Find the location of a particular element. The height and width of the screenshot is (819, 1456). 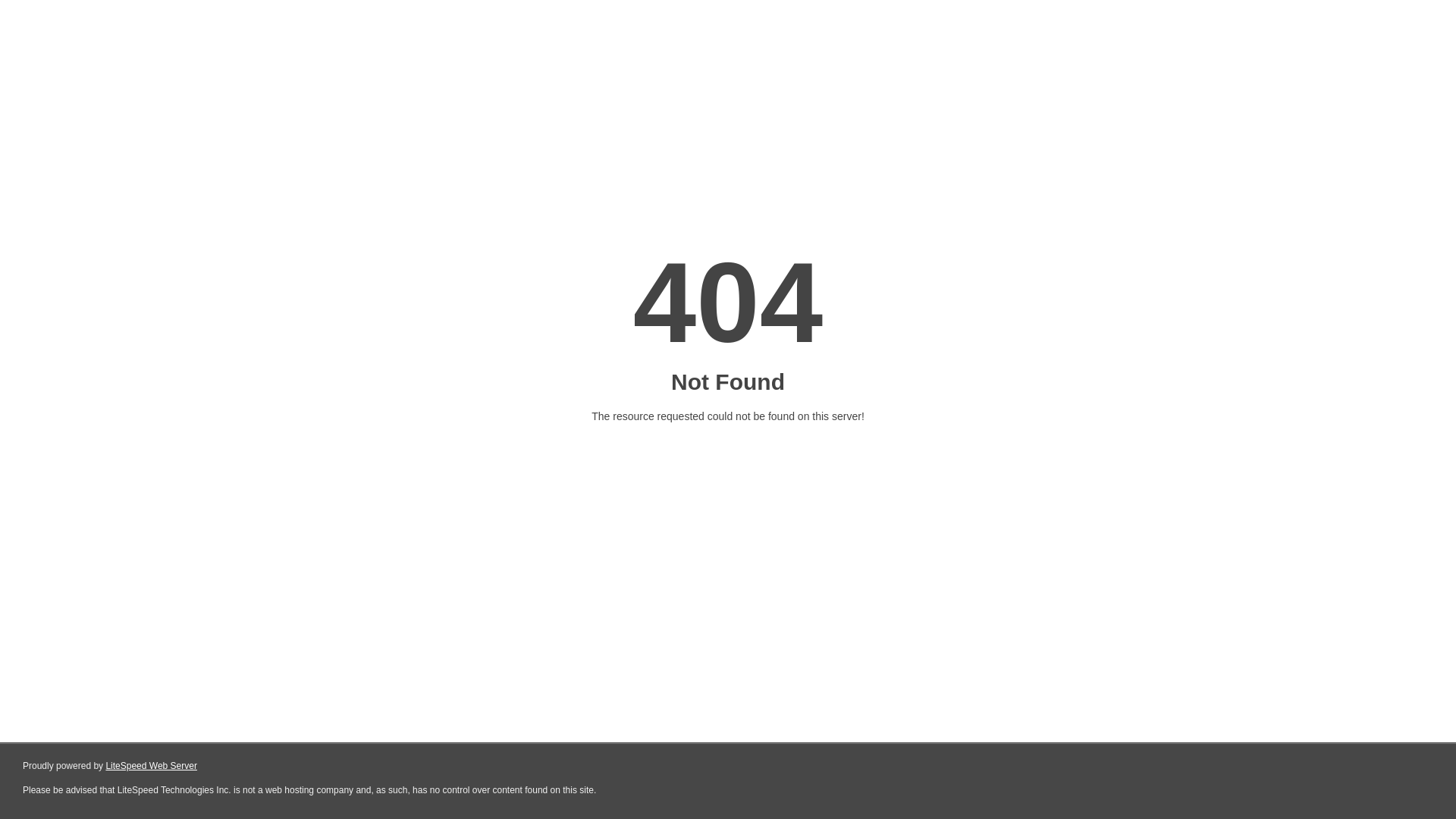

'LiteSpeed Web Server' is located at coordinates (105, 766).